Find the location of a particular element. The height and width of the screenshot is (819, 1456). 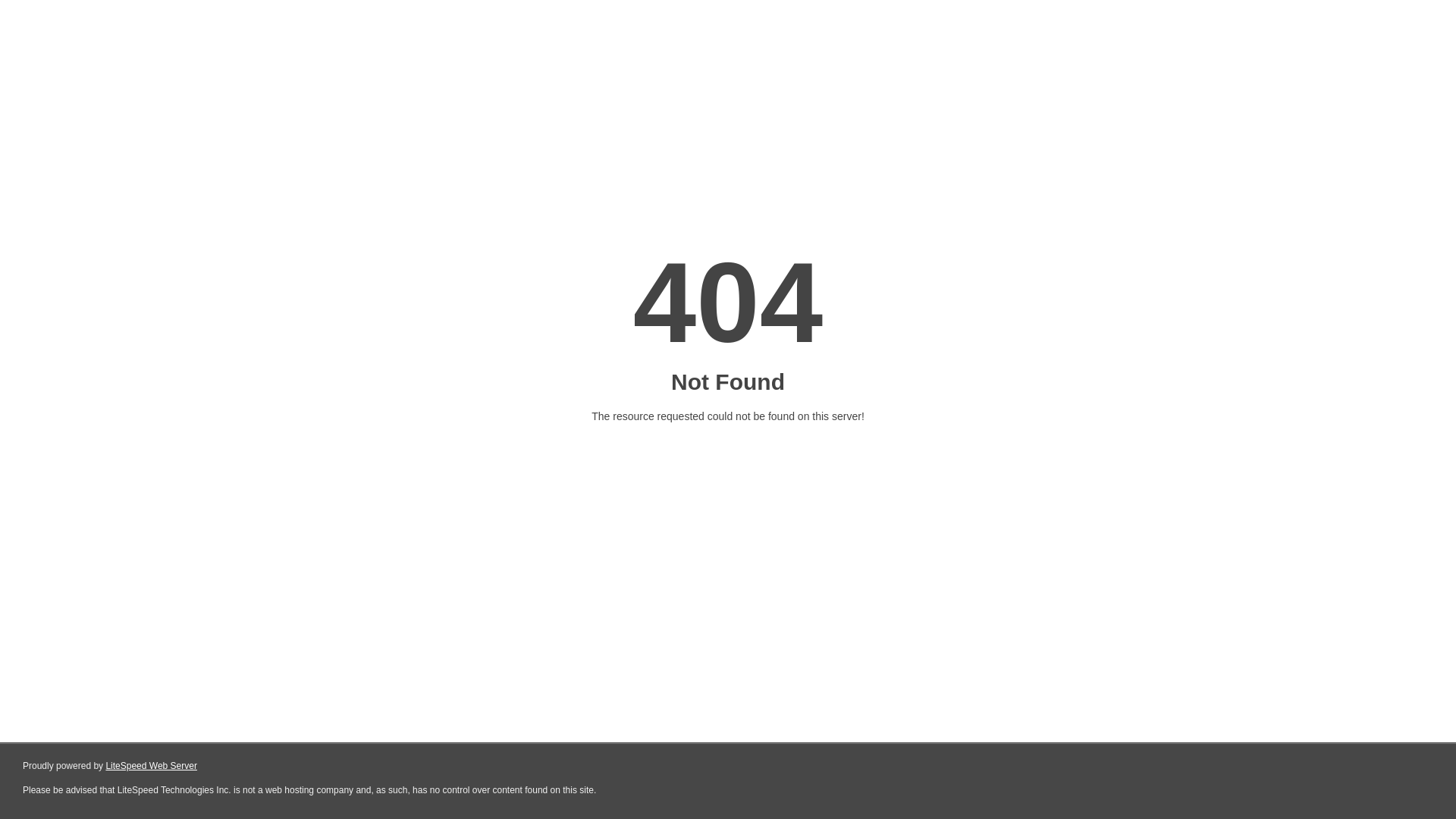

'LiteSpeed Web Server' is located at coordinates (105, 766).